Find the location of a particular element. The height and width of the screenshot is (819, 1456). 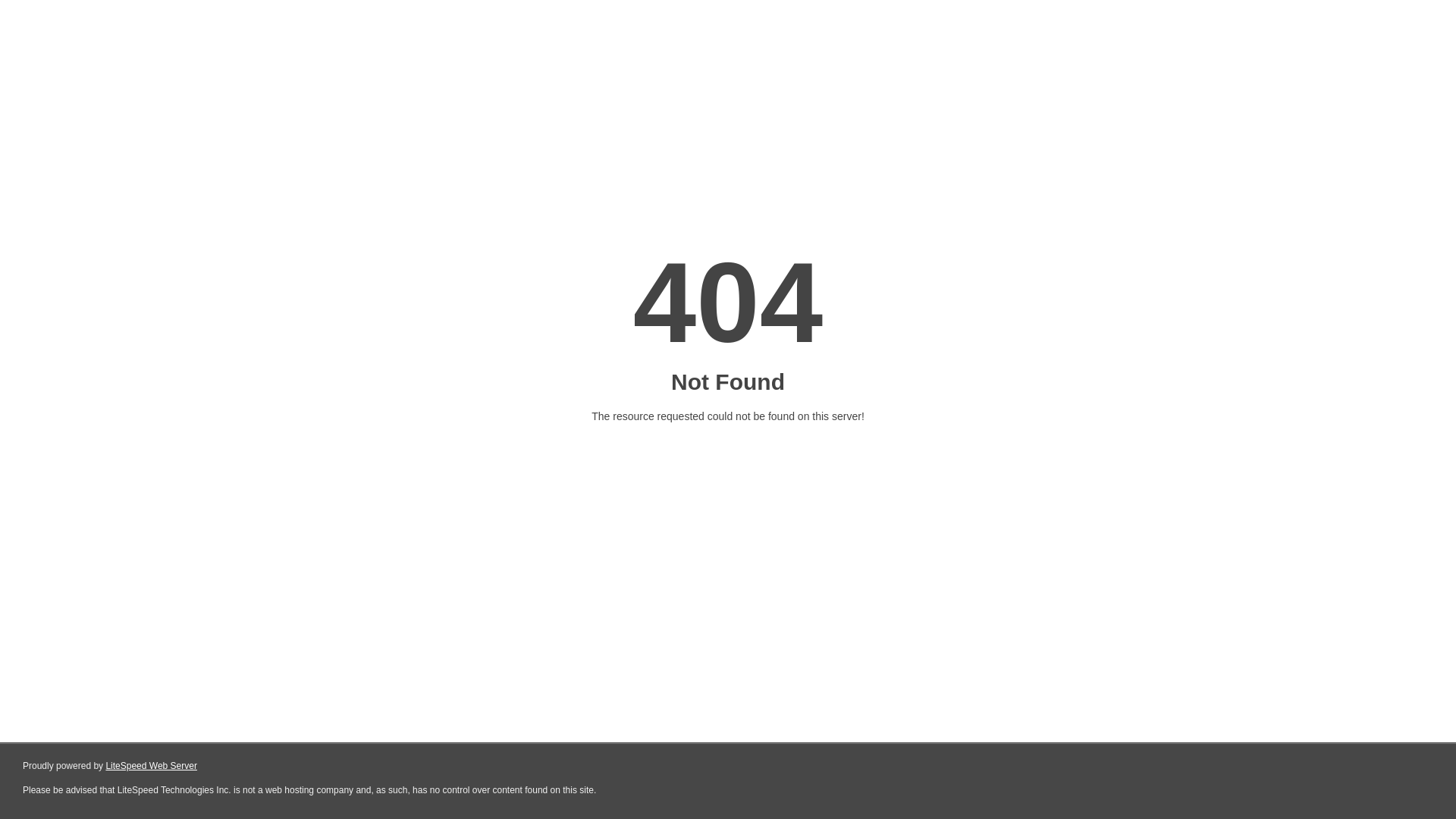

'LiteSpeed Web Server' is located at coordinates (105, 766).